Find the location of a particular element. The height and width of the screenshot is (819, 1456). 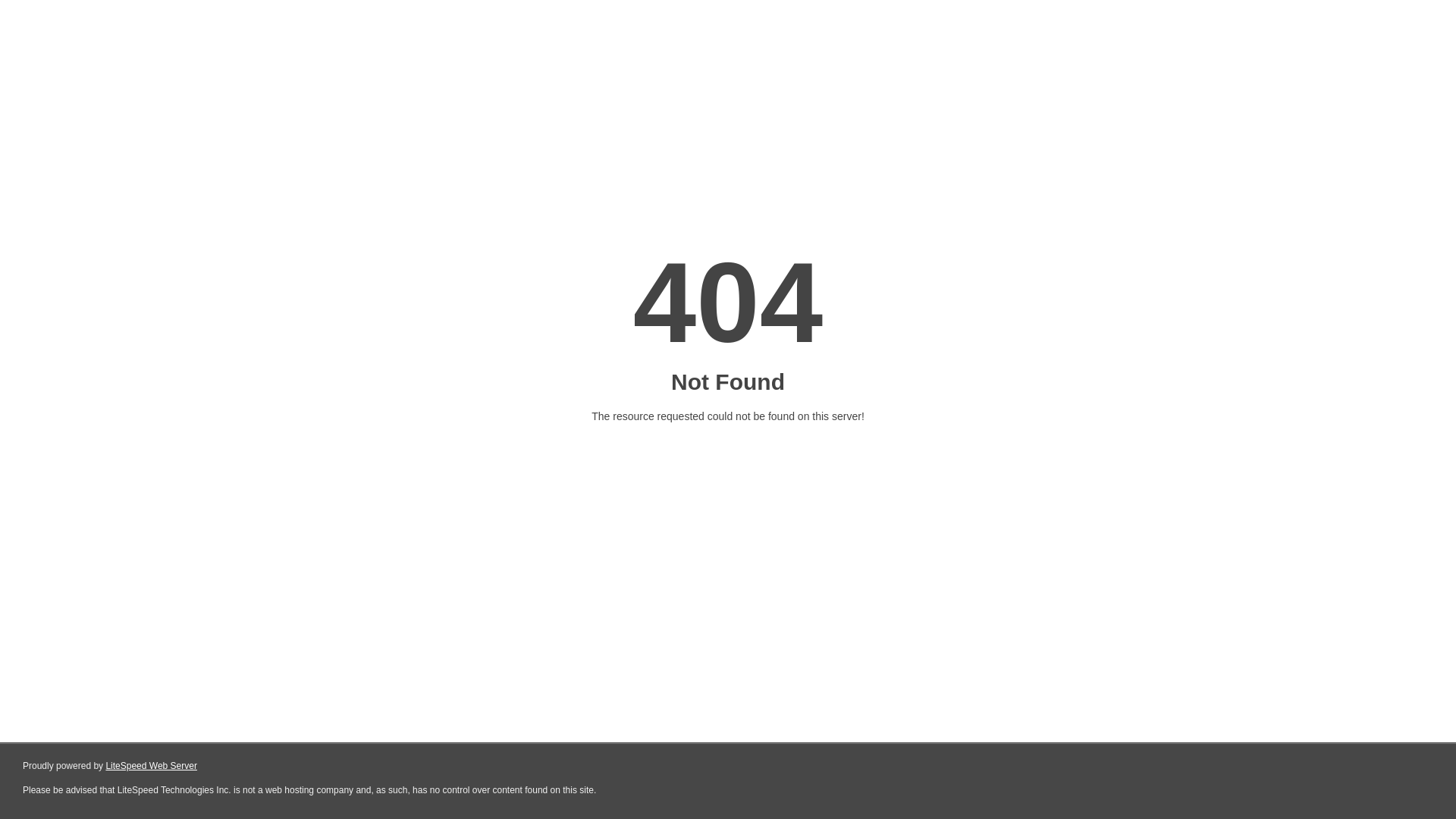

'LiteSpeed Web Server' is located at coordinates (105, 766).